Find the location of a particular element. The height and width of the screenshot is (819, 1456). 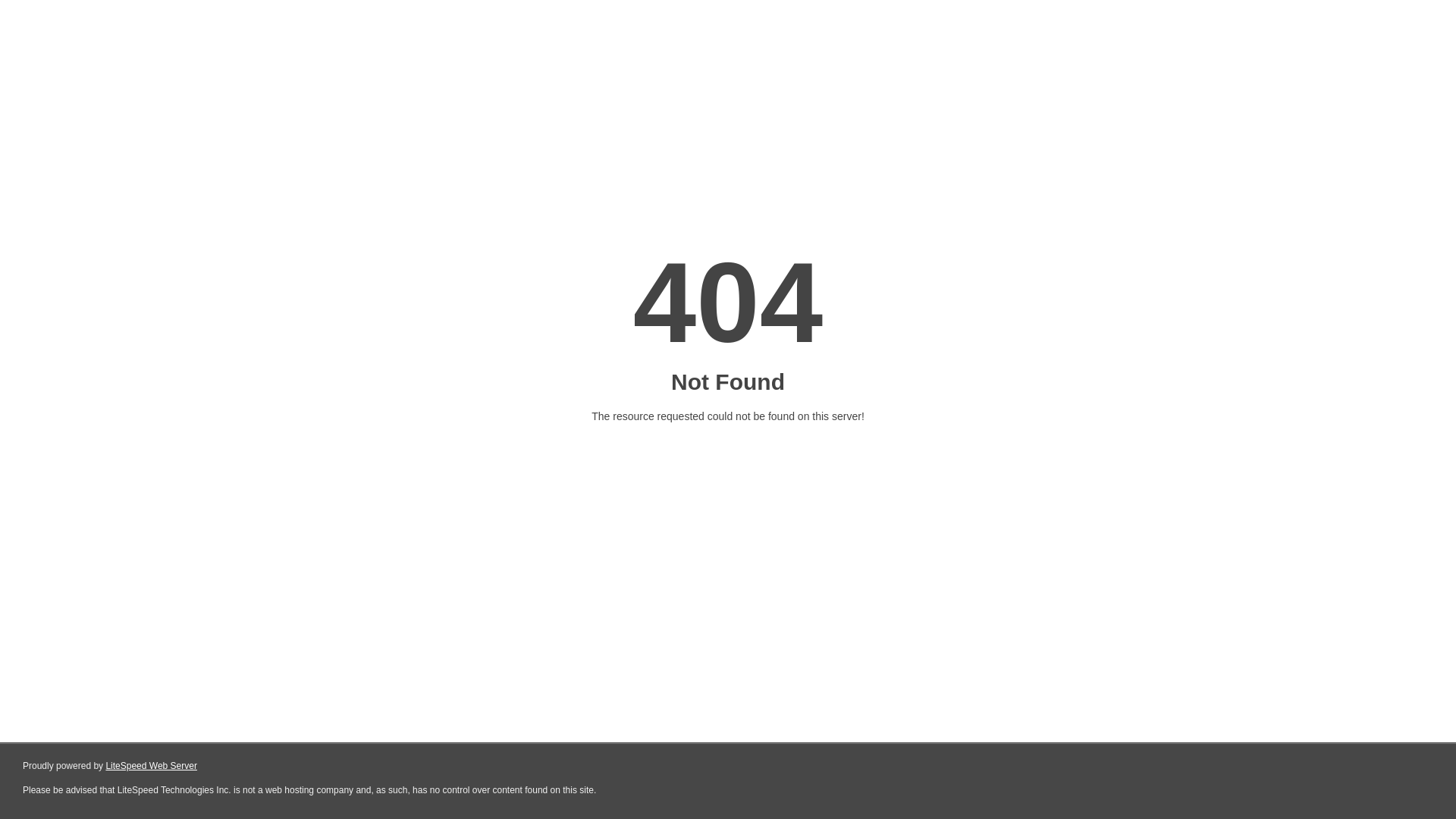

'LiteSpeed Web Server' is located at coordinates (105, 766).